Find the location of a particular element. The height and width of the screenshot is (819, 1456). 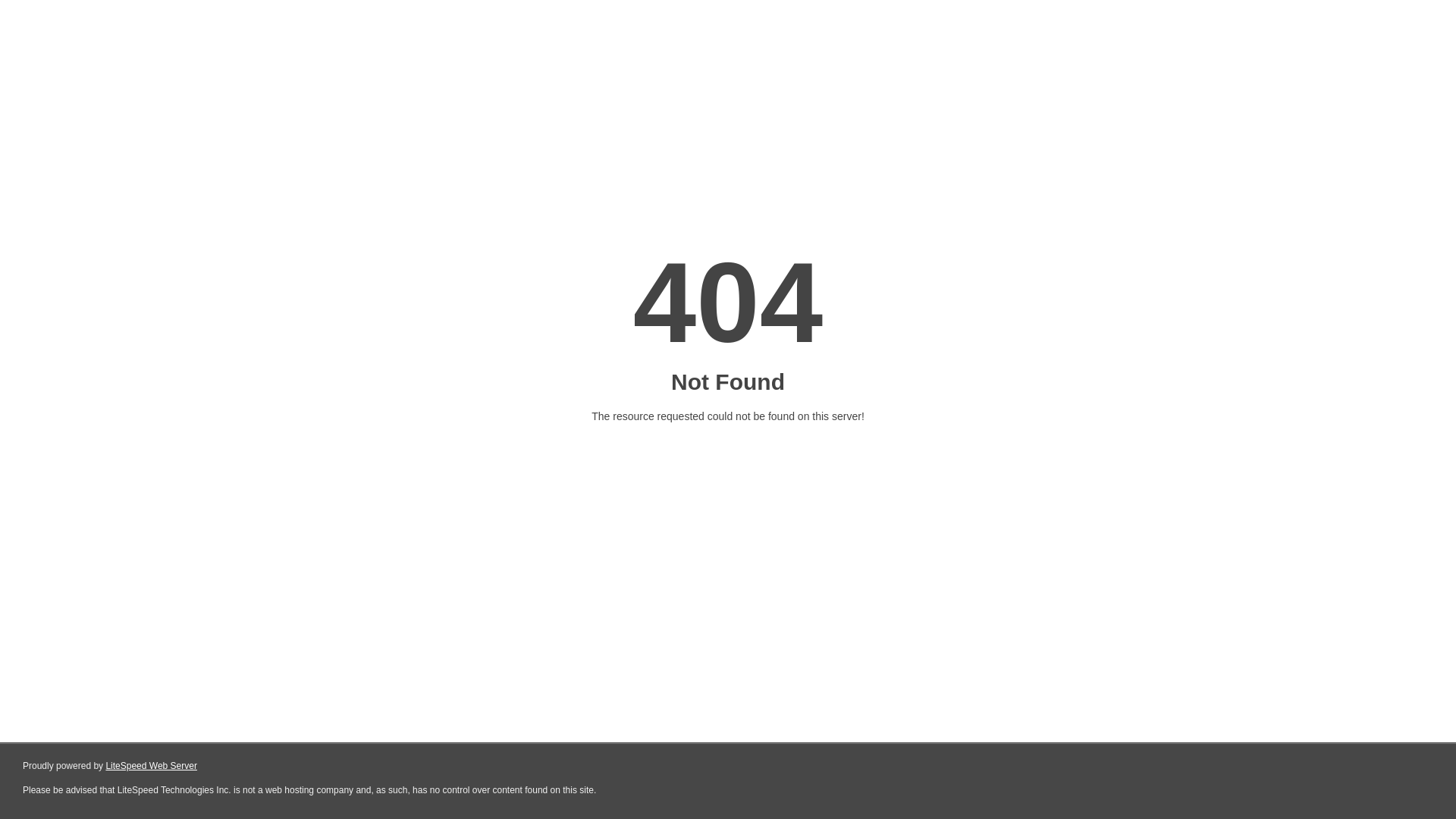

'LiteSpeed Web Server' is located at coordinates (105, 766).